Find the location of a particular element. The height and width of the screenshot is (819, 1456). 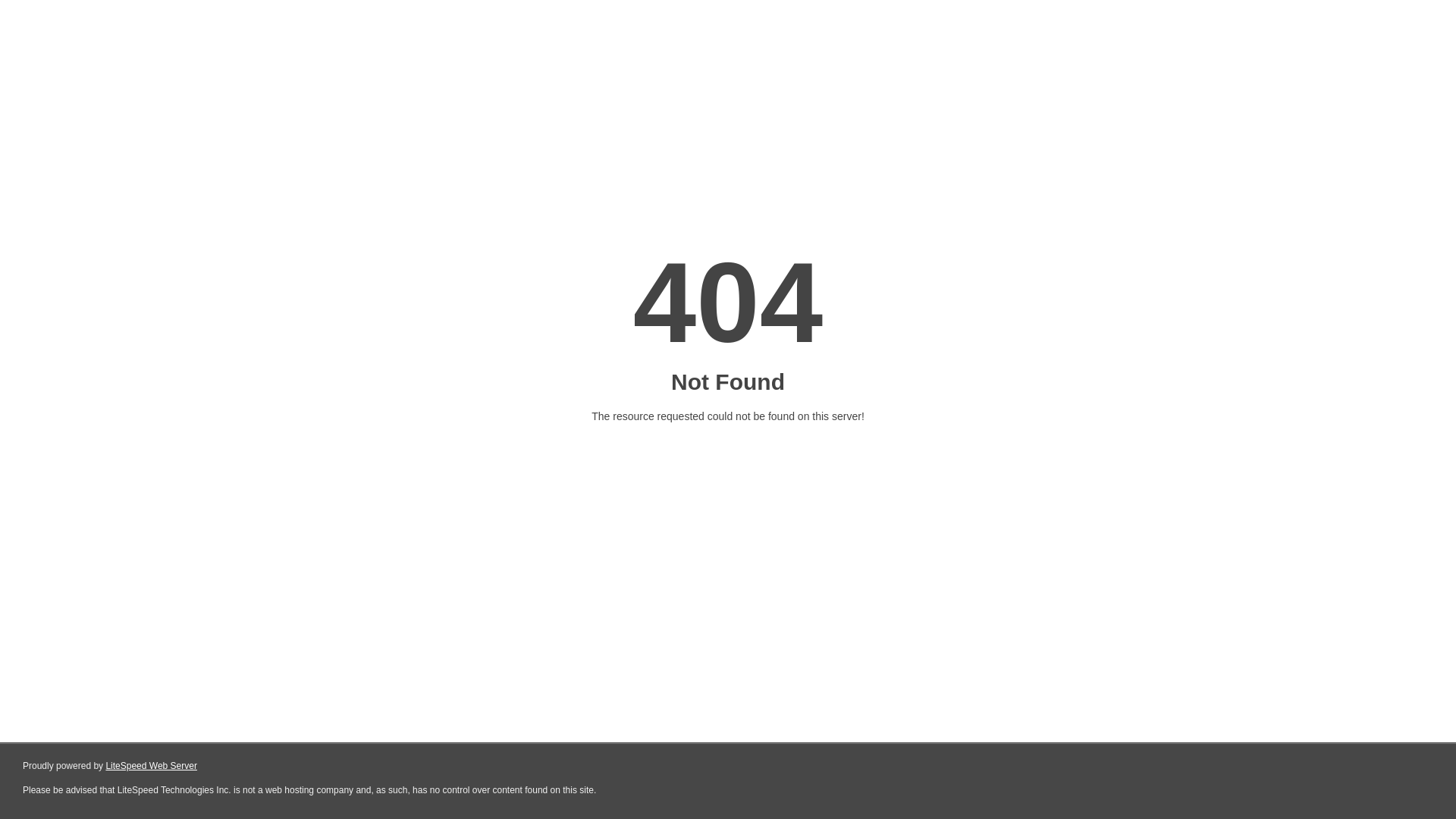

'LiteSpeed Web Server' is located at coordinates (105, 766).